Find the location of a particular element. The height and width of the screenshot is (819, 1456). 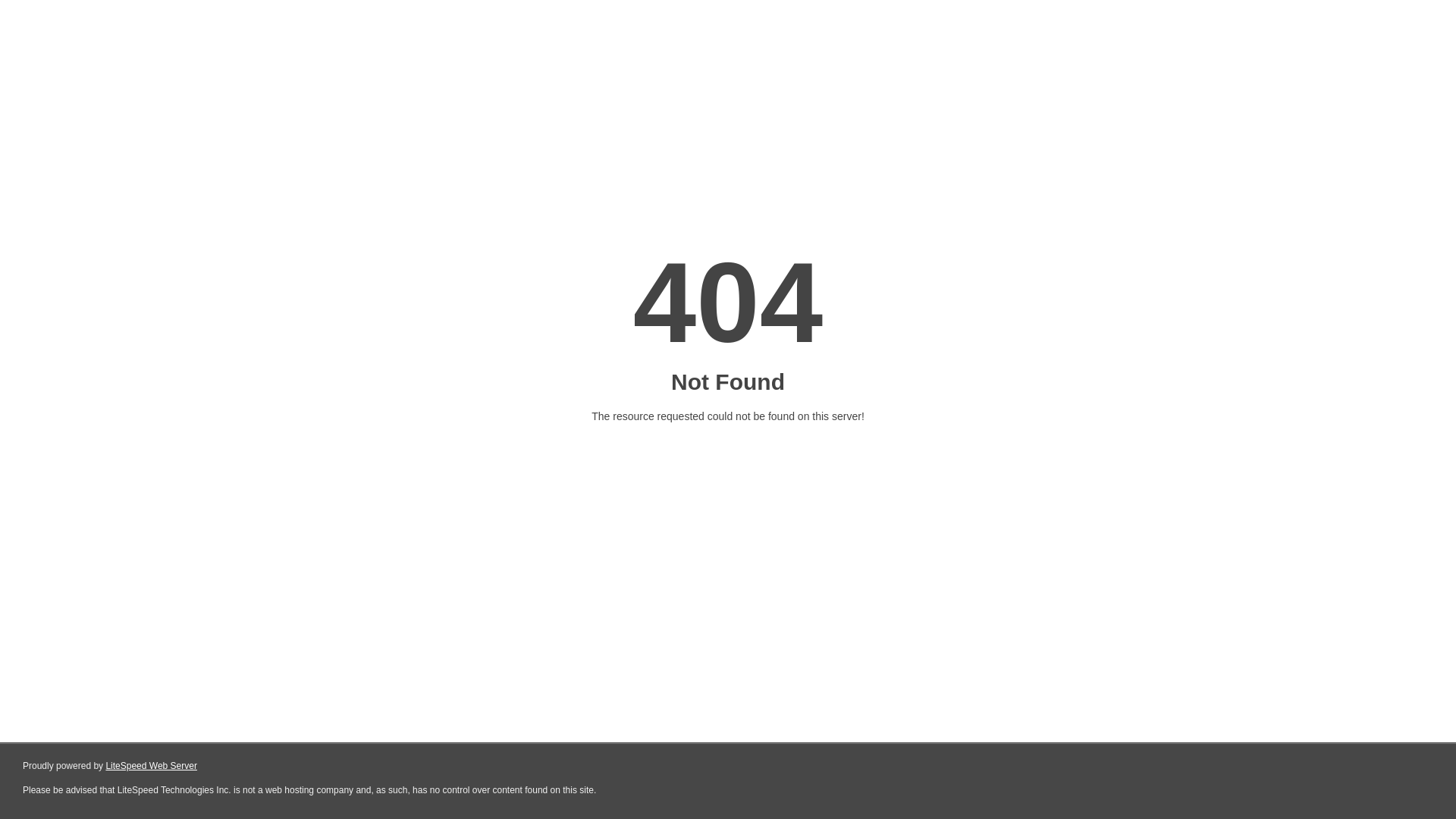

'LiteSpeed Web Server' is located at coordinates (105, 766).